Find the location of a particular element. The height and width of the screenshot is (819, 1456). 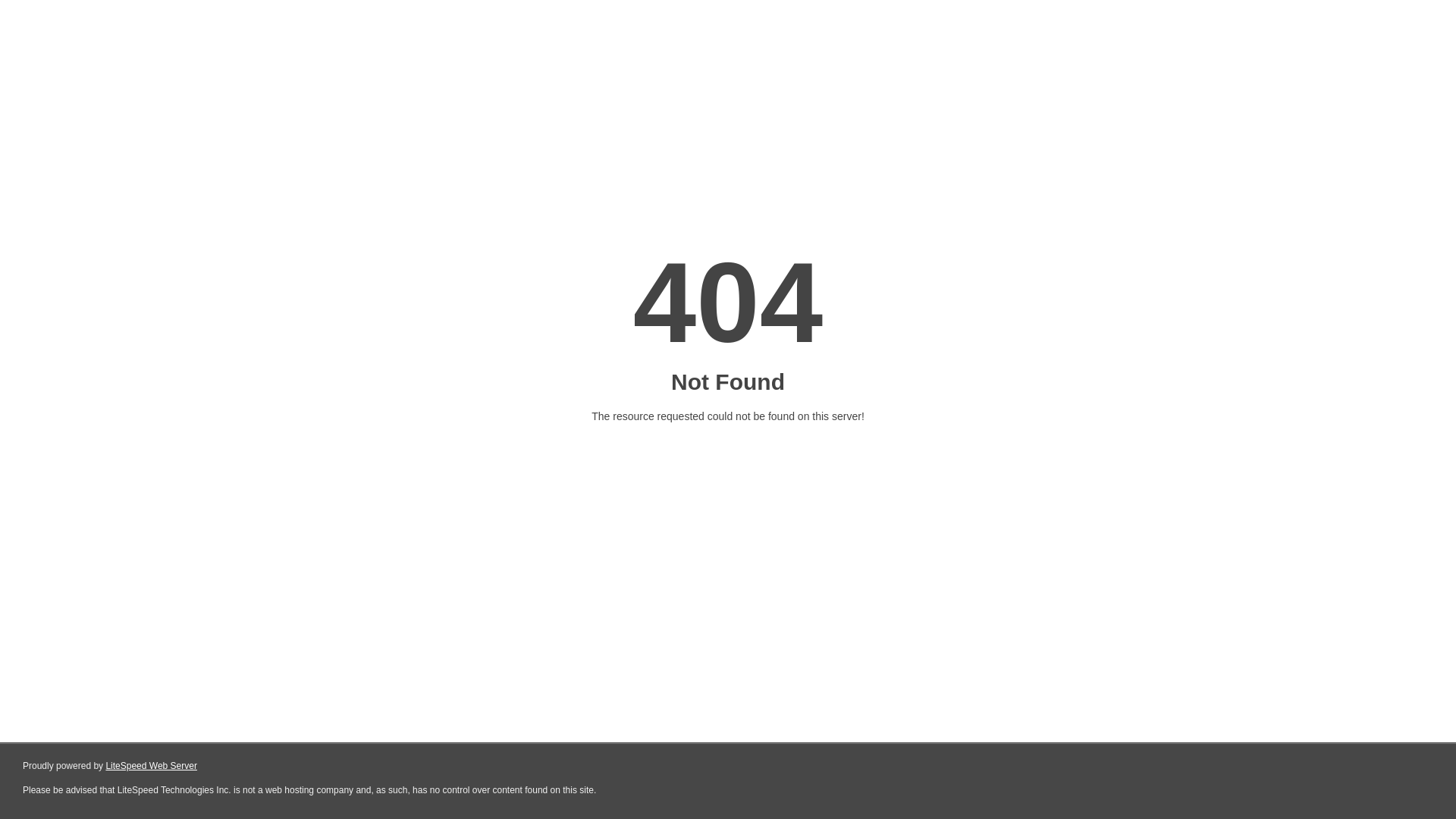

'LiteSpeed Web Server' is located at coordinates (105, 766).